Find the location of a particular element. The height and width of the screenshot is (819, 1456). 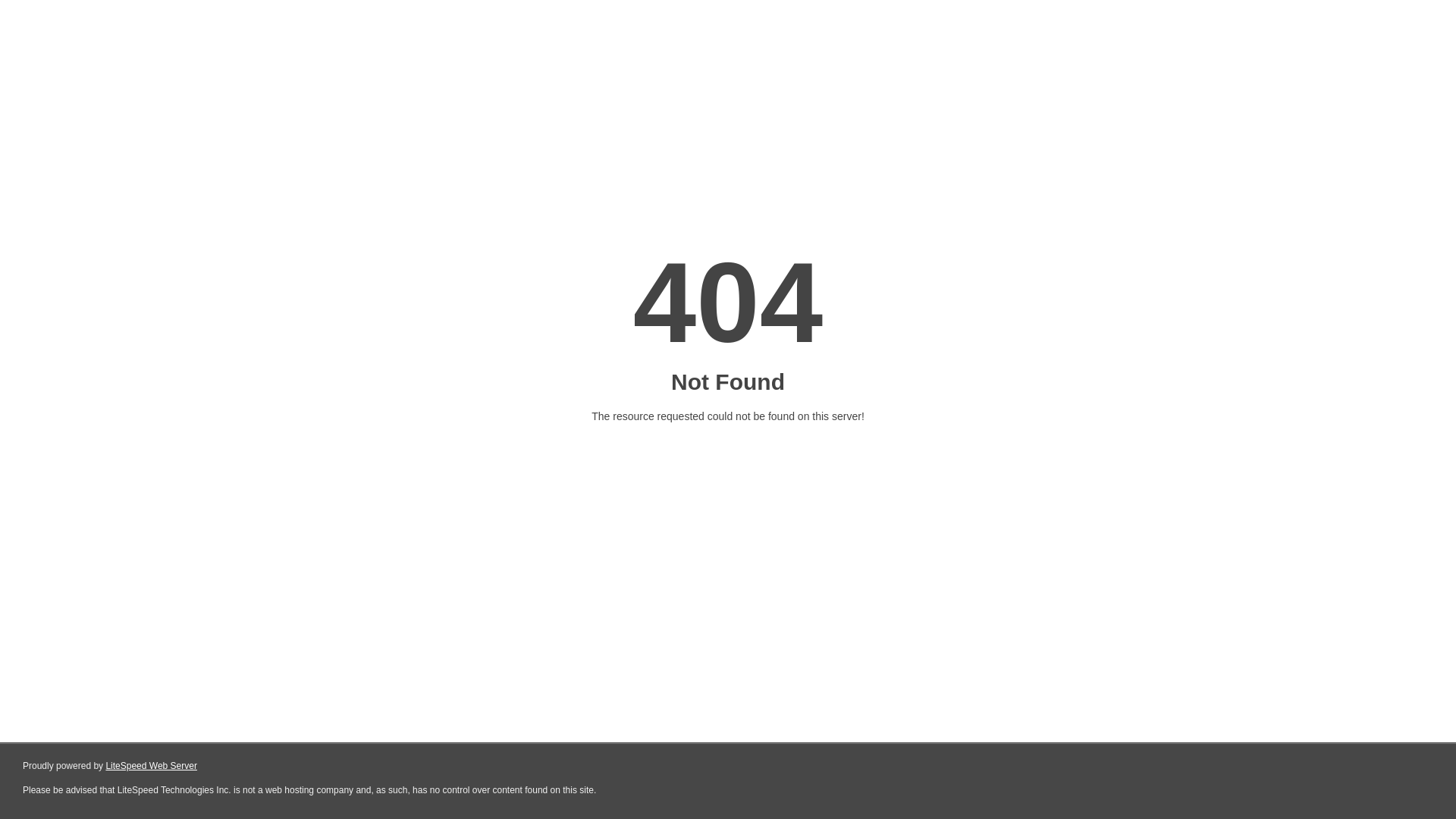

'LiteSpeed Web Server' is located at coordinates (105, 766).